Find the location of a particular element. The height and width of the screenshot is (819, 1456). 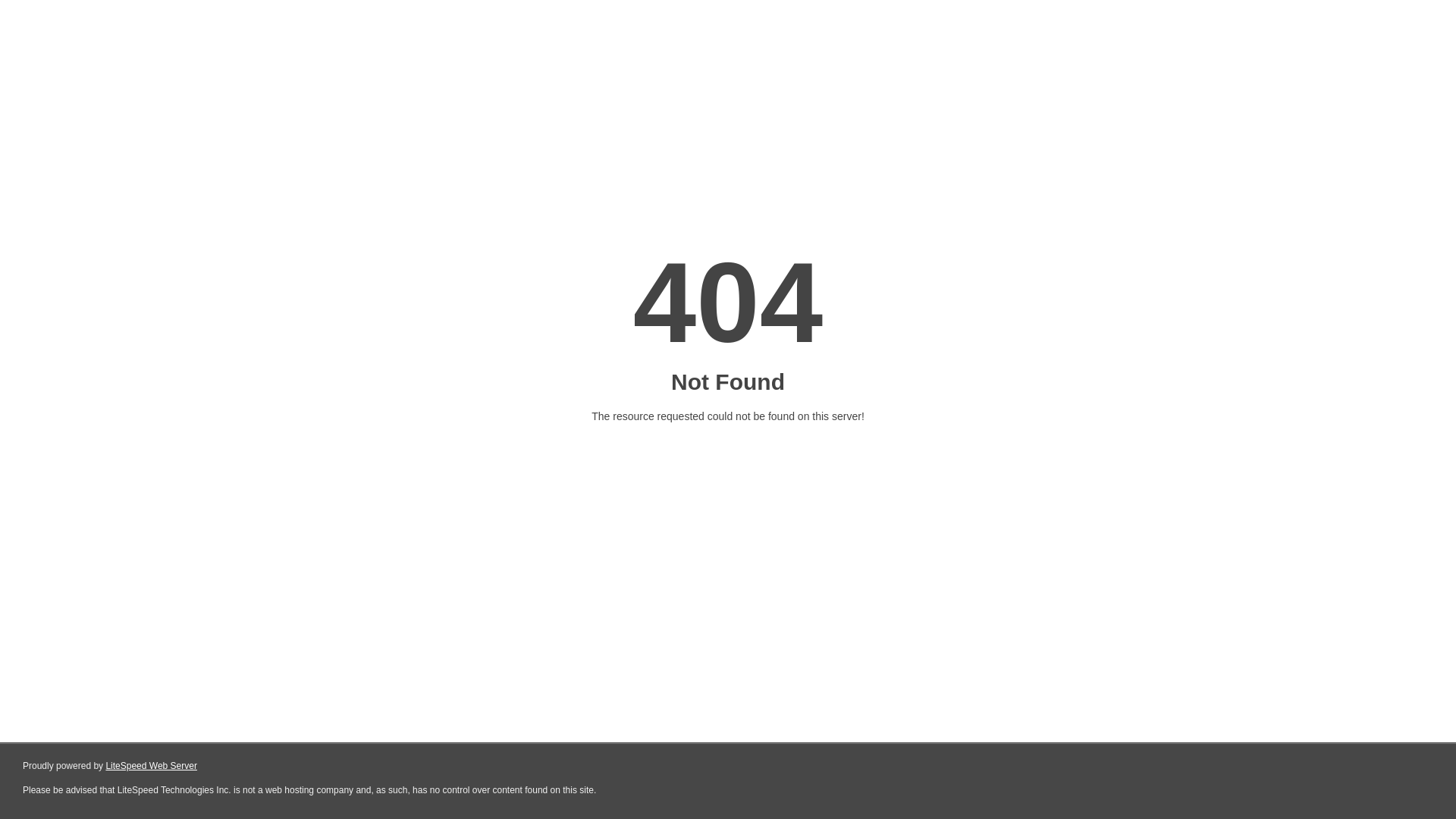

'LiteSpeed Web Server' is located at coordinates (105, 766).